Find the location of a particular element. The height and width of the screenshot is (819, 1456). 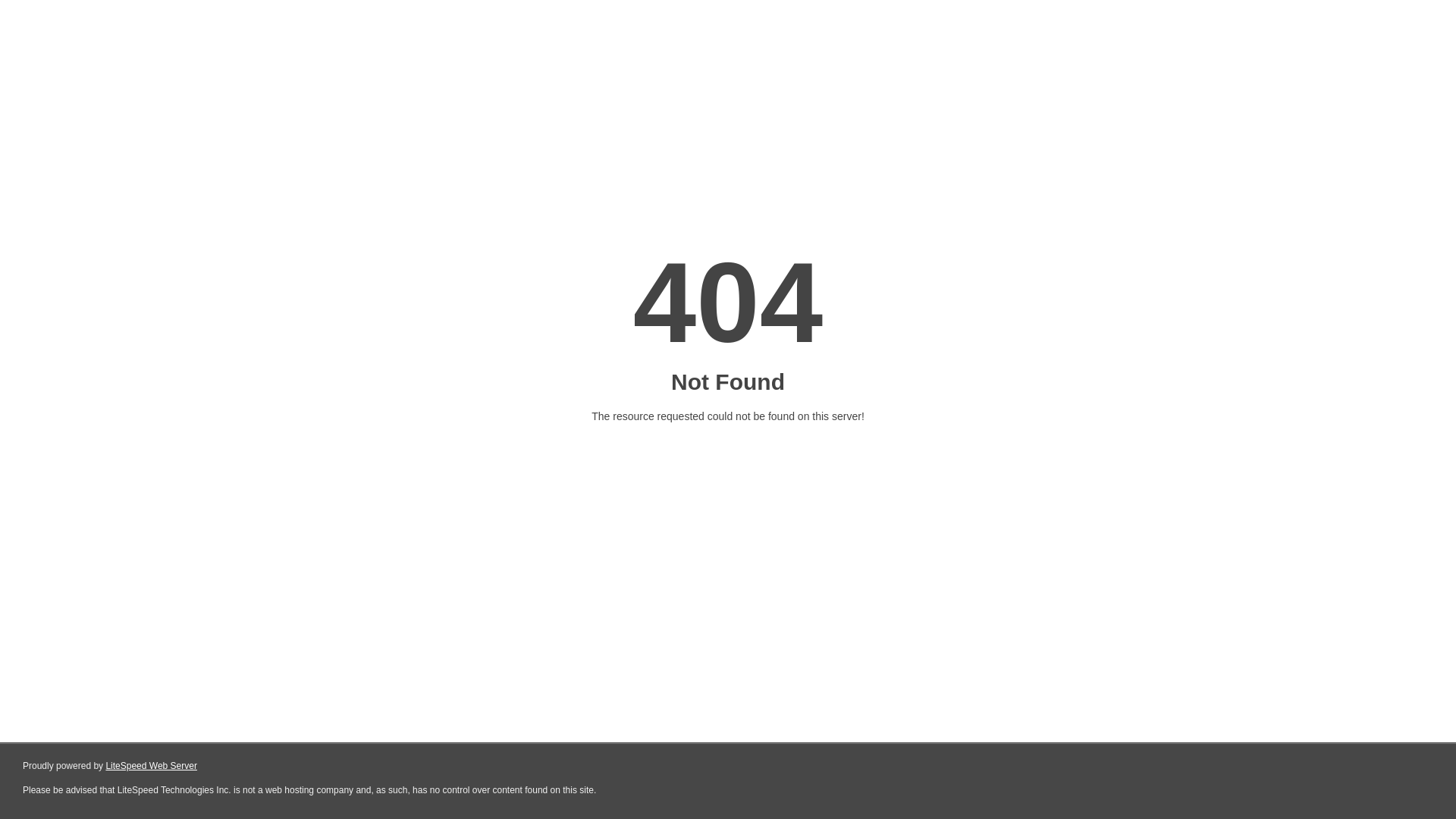

'LiteSpeed Web Server' is located at coordinates (105, 766).